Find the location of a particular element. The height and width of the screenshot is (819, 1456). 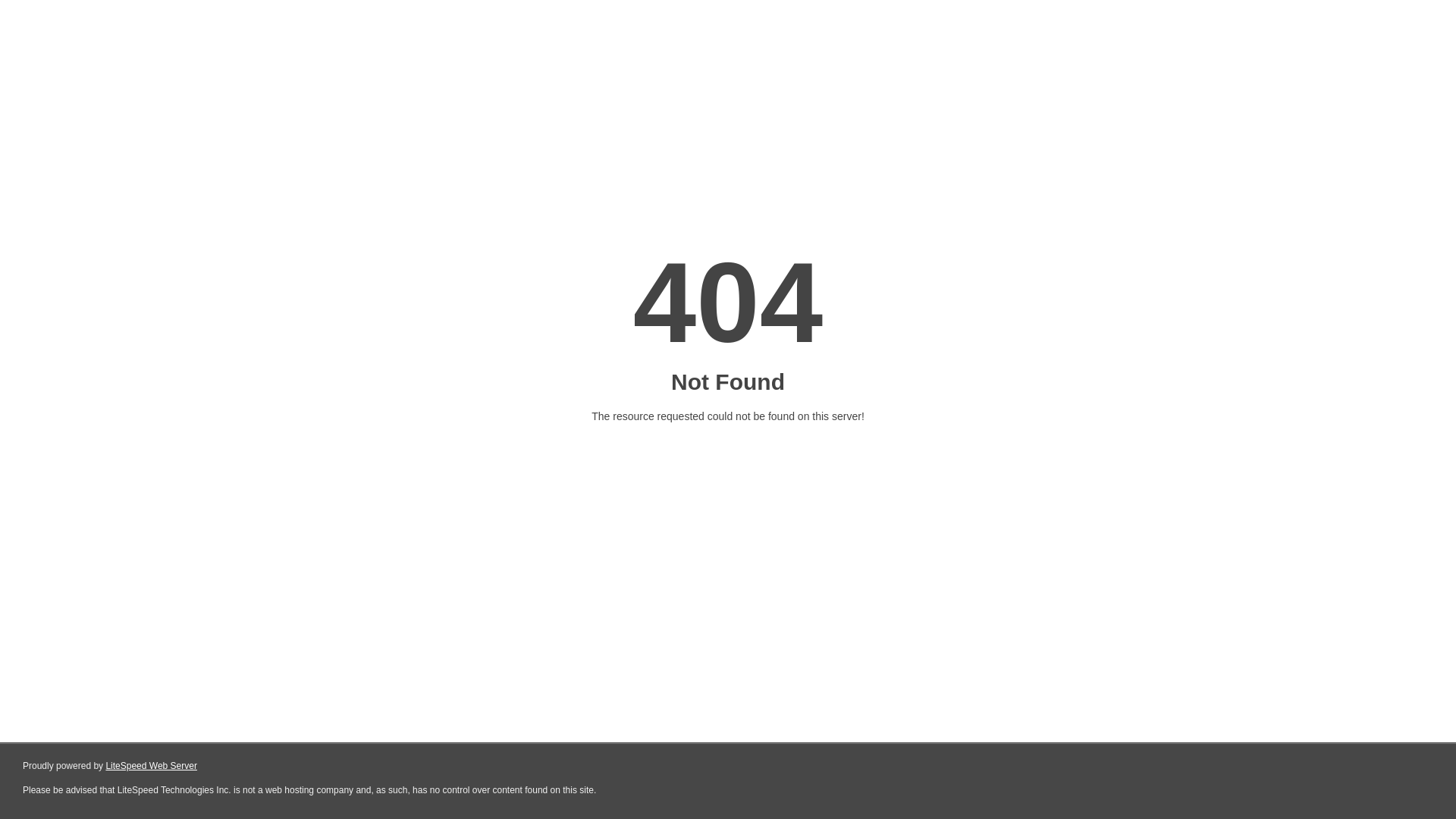

'LiteSpeed Web Server' is located at coordinates (105, 766).